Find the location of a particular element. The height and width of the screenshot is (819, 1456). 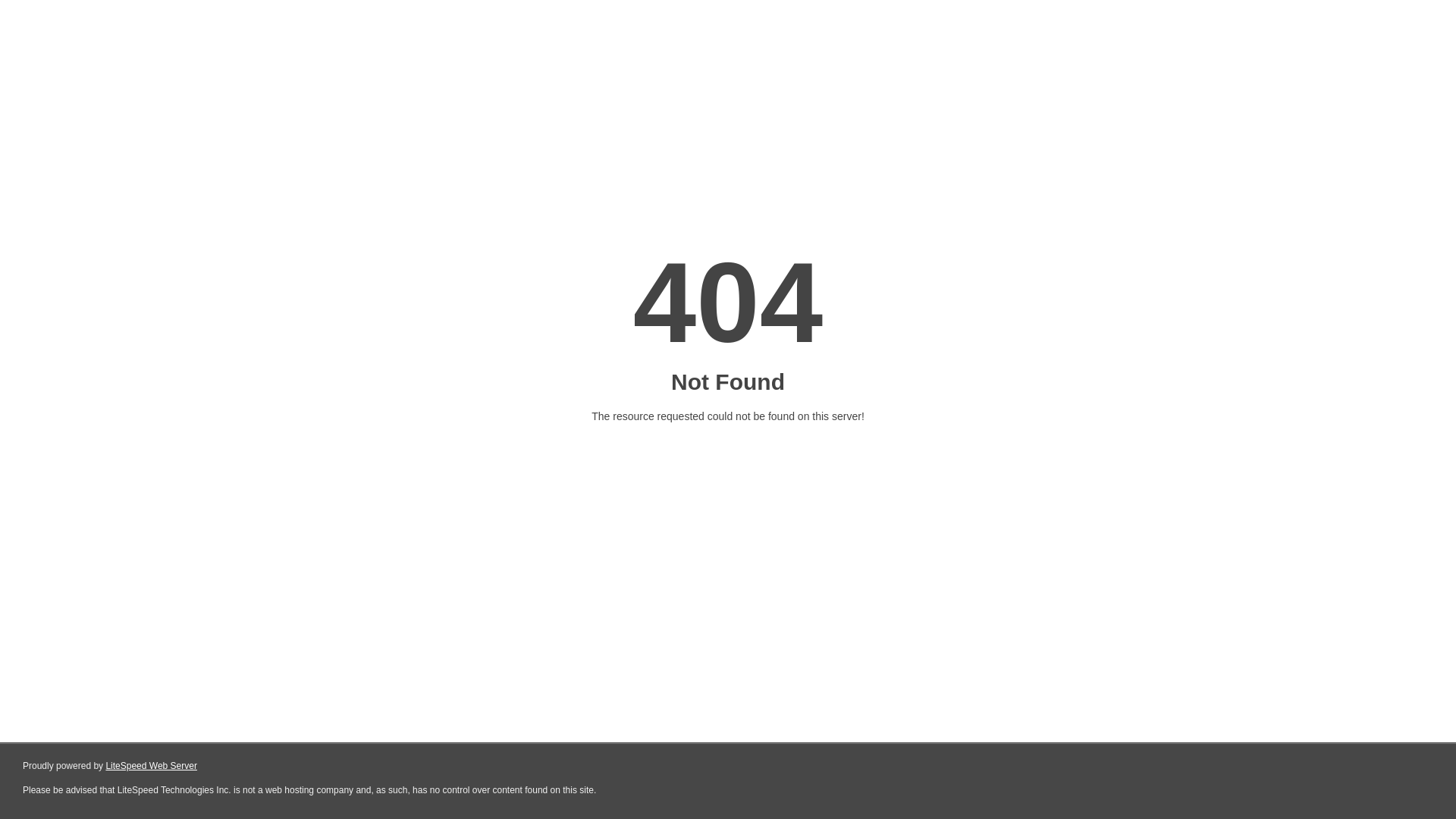

'LiteSpeed Web Server' is located at coordinates (105, 766).